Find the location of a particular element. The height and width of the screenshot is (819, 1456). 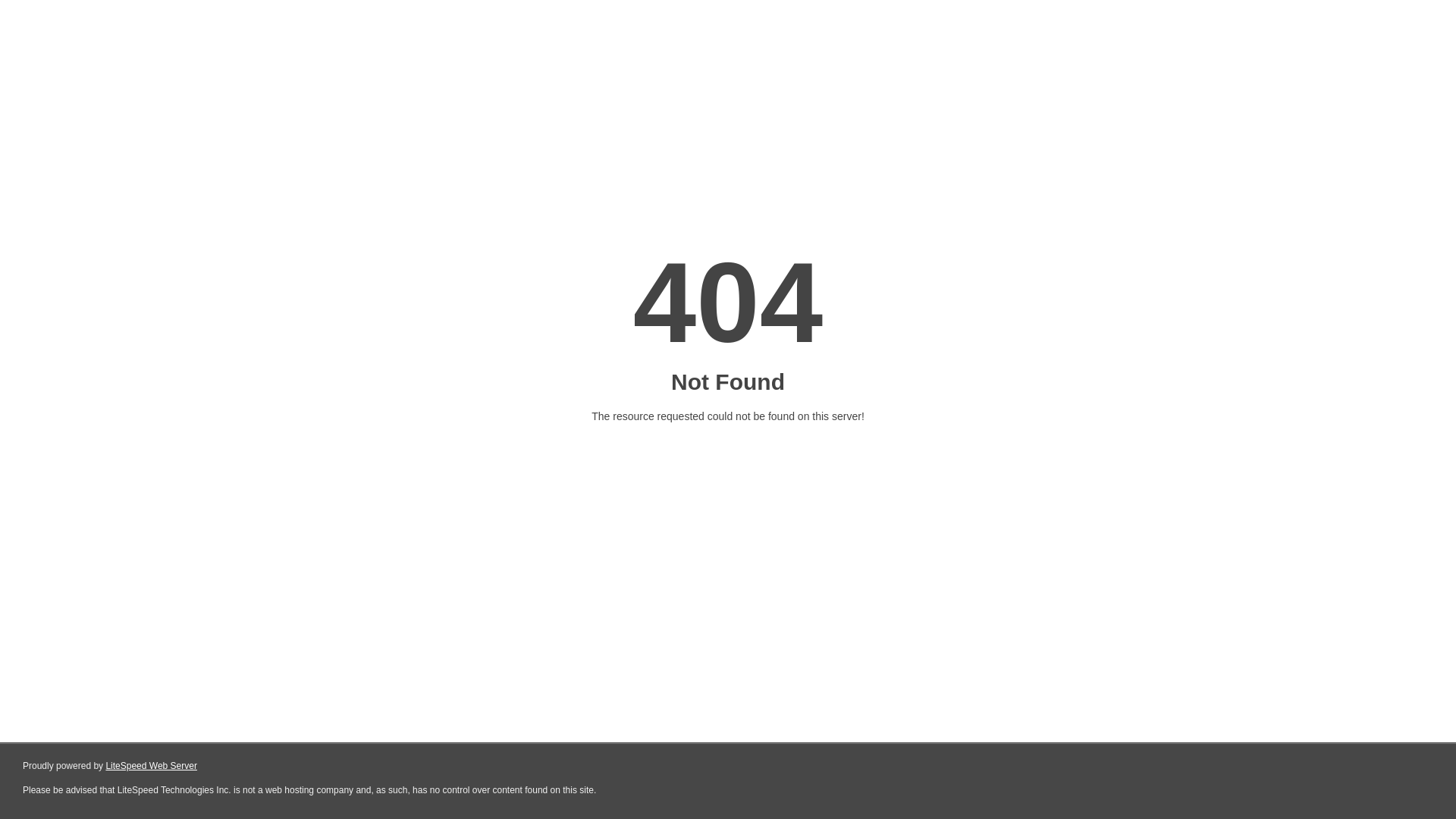

'LiteSpeed Web Server' is located at coordinates (105, 766).